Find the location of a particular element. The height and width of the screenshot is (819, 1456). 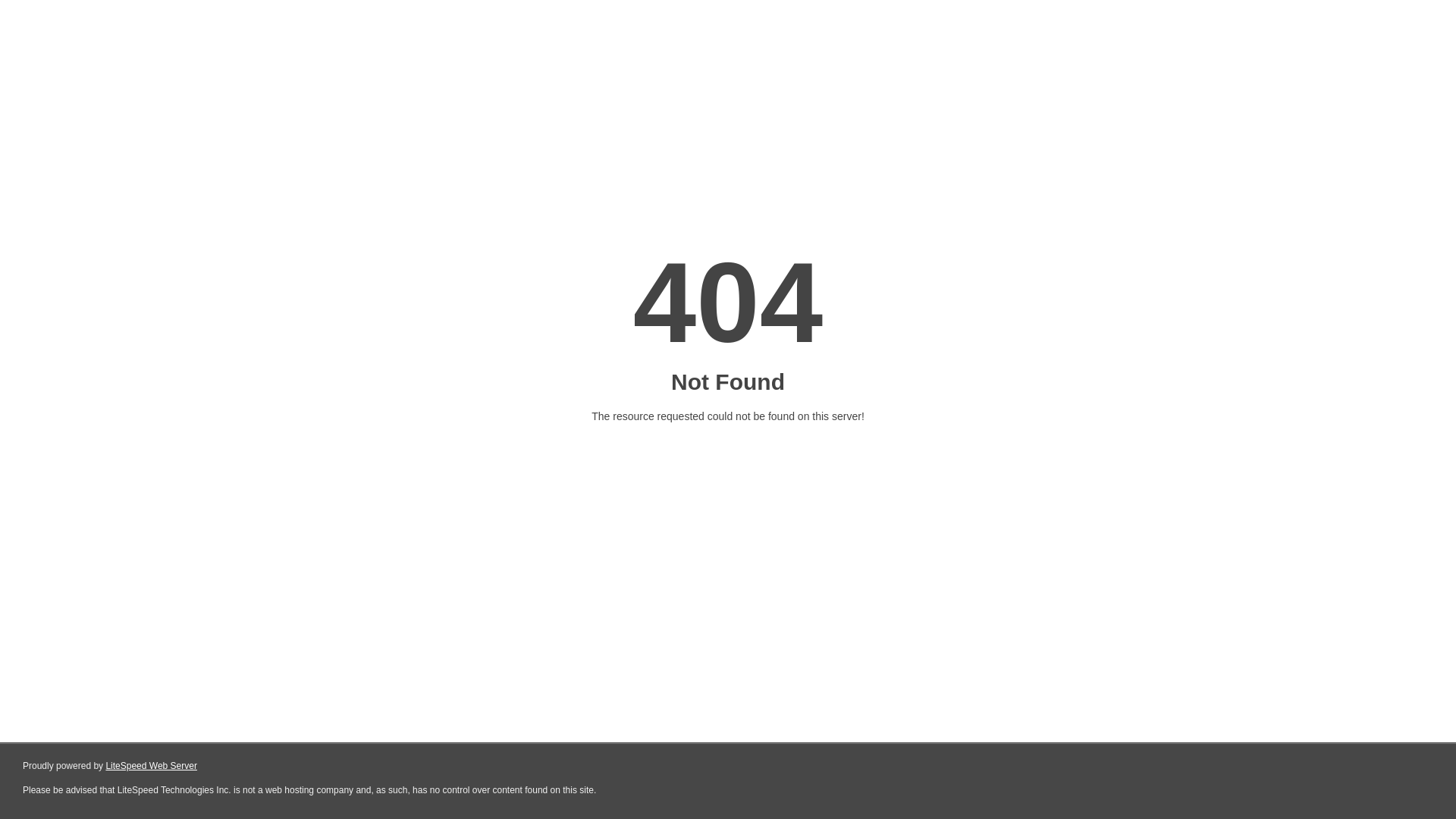

'LiteSpeed Web Server' is located at coordinates (105, 766).